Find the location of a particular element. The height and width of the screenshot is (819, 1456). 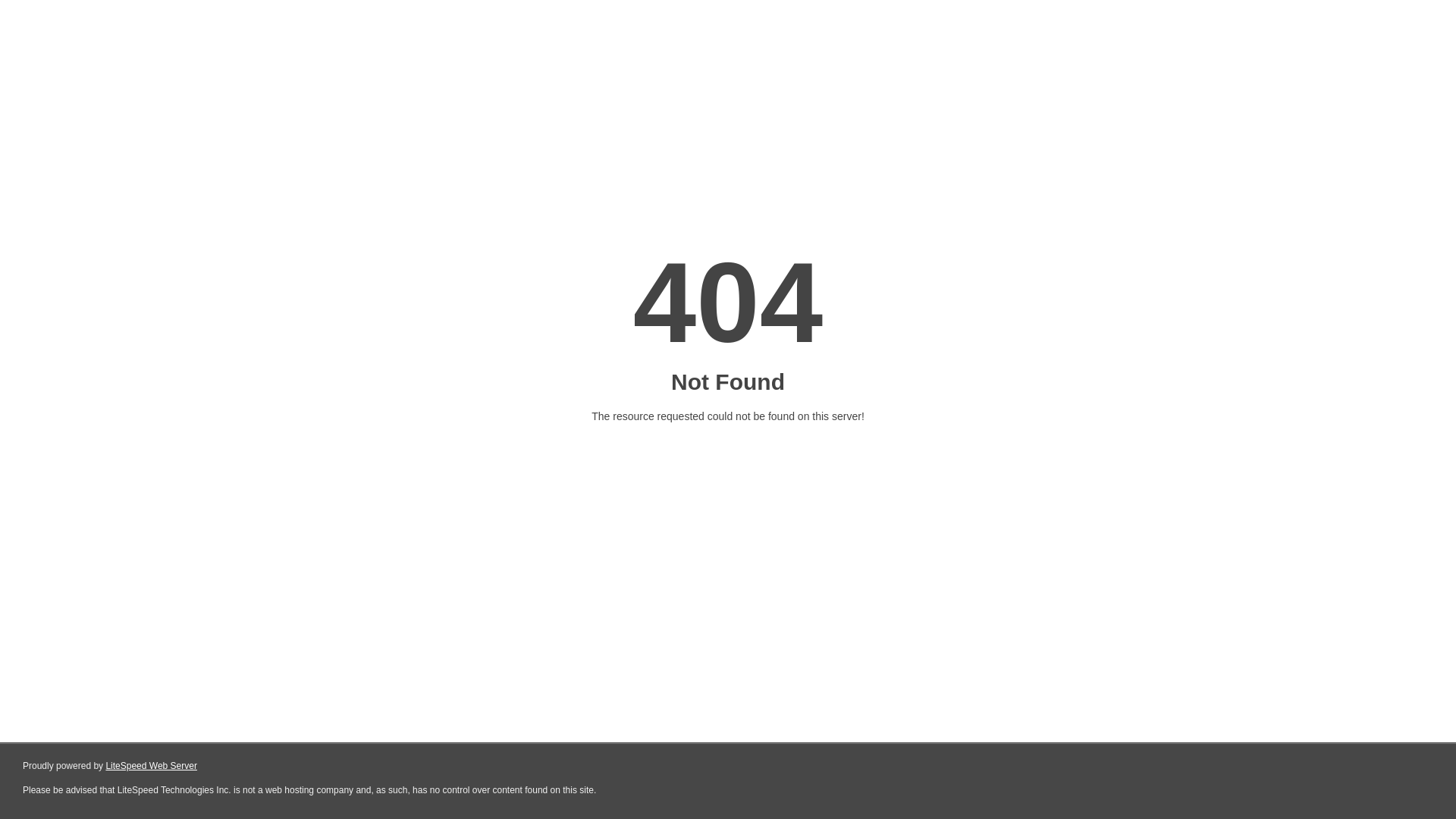

'LiteSpeed Web Server' is located at coordinates (105, 766).